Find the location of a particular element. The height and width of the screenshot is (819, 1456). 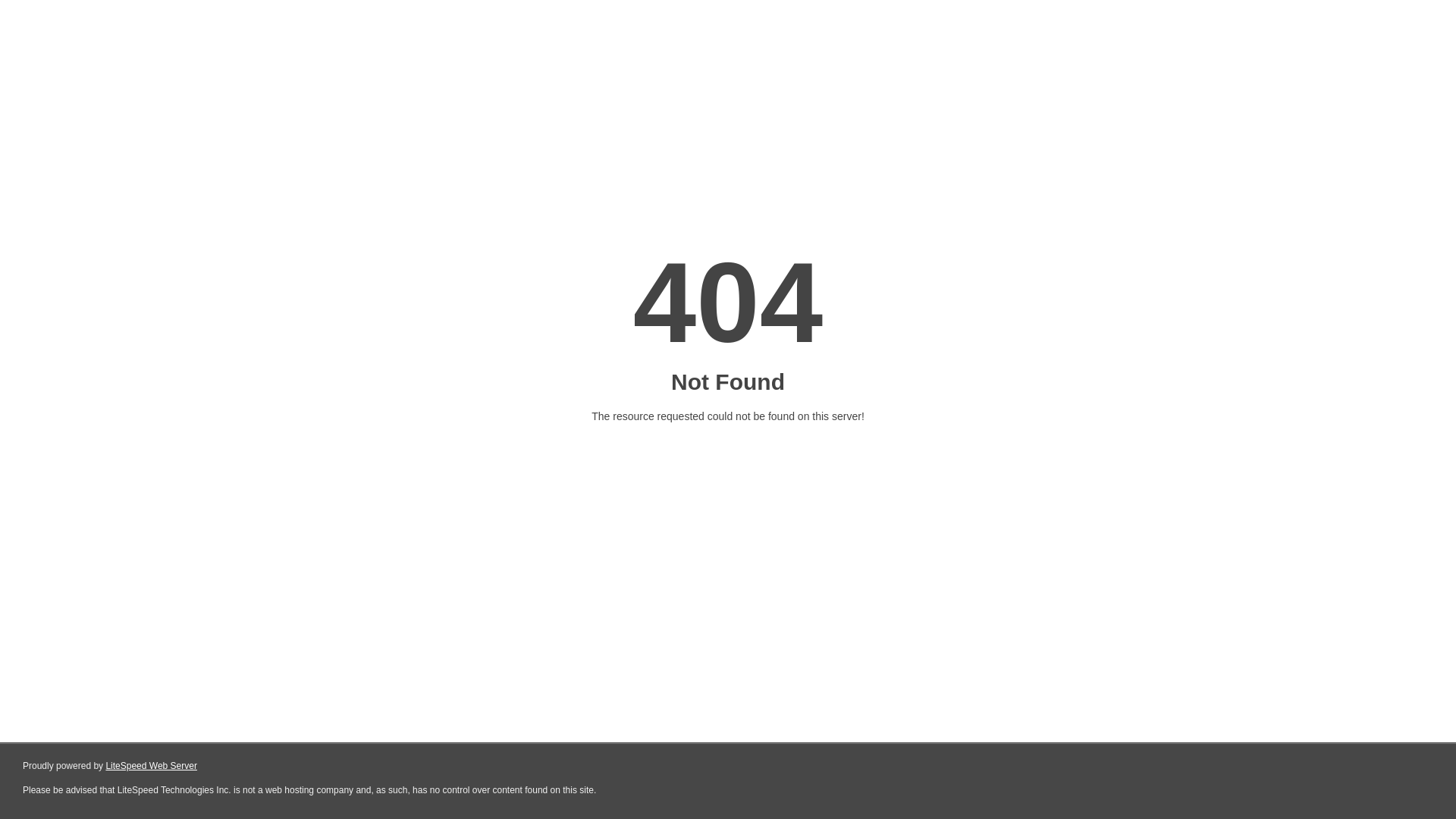

'LiteSpeed Web Server' is located at coordinates (105, 766).